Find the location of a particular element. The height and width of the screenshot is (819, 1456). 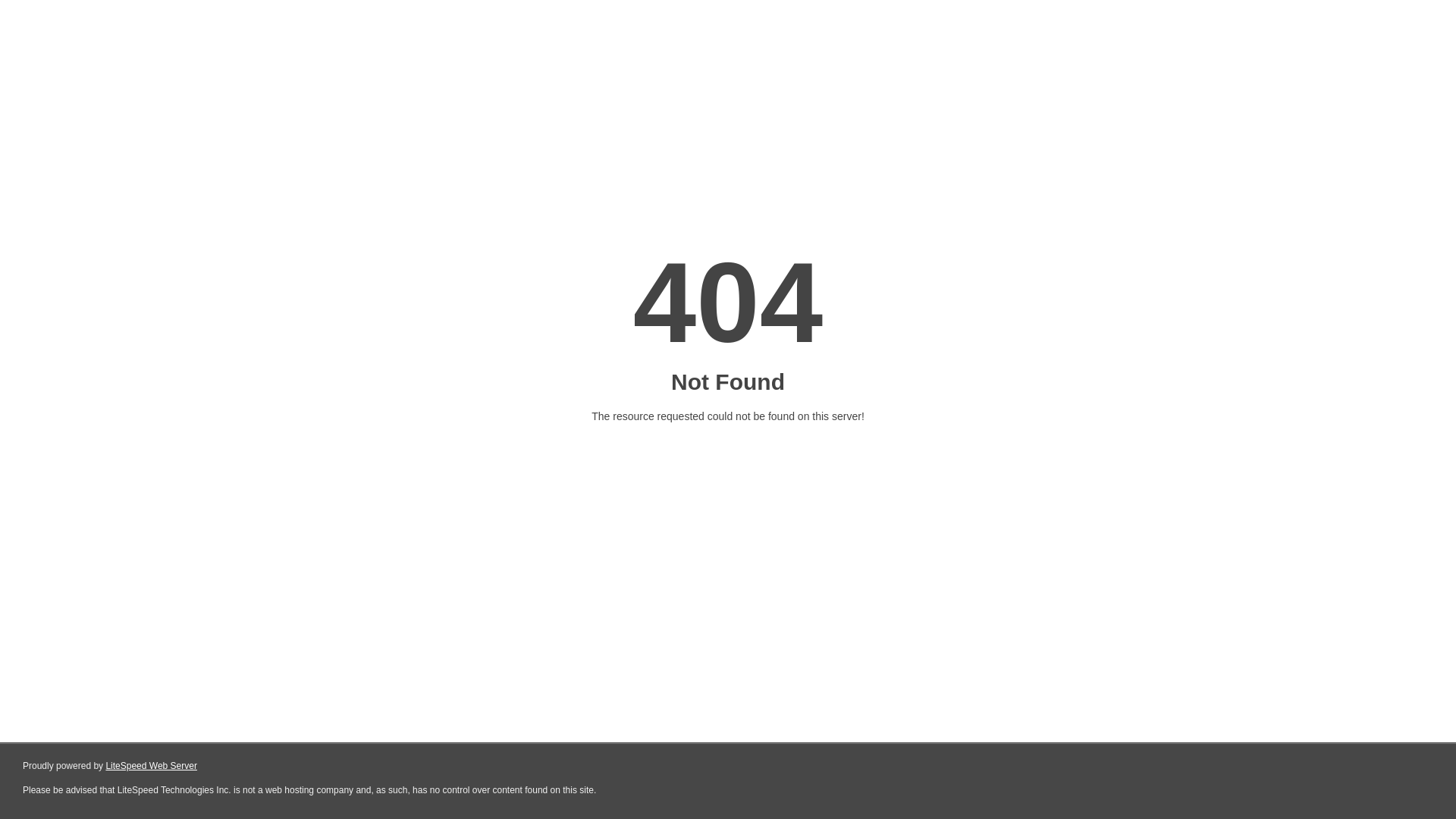

'LiteSpeed Web Server' is located at coordinates (105, 766).